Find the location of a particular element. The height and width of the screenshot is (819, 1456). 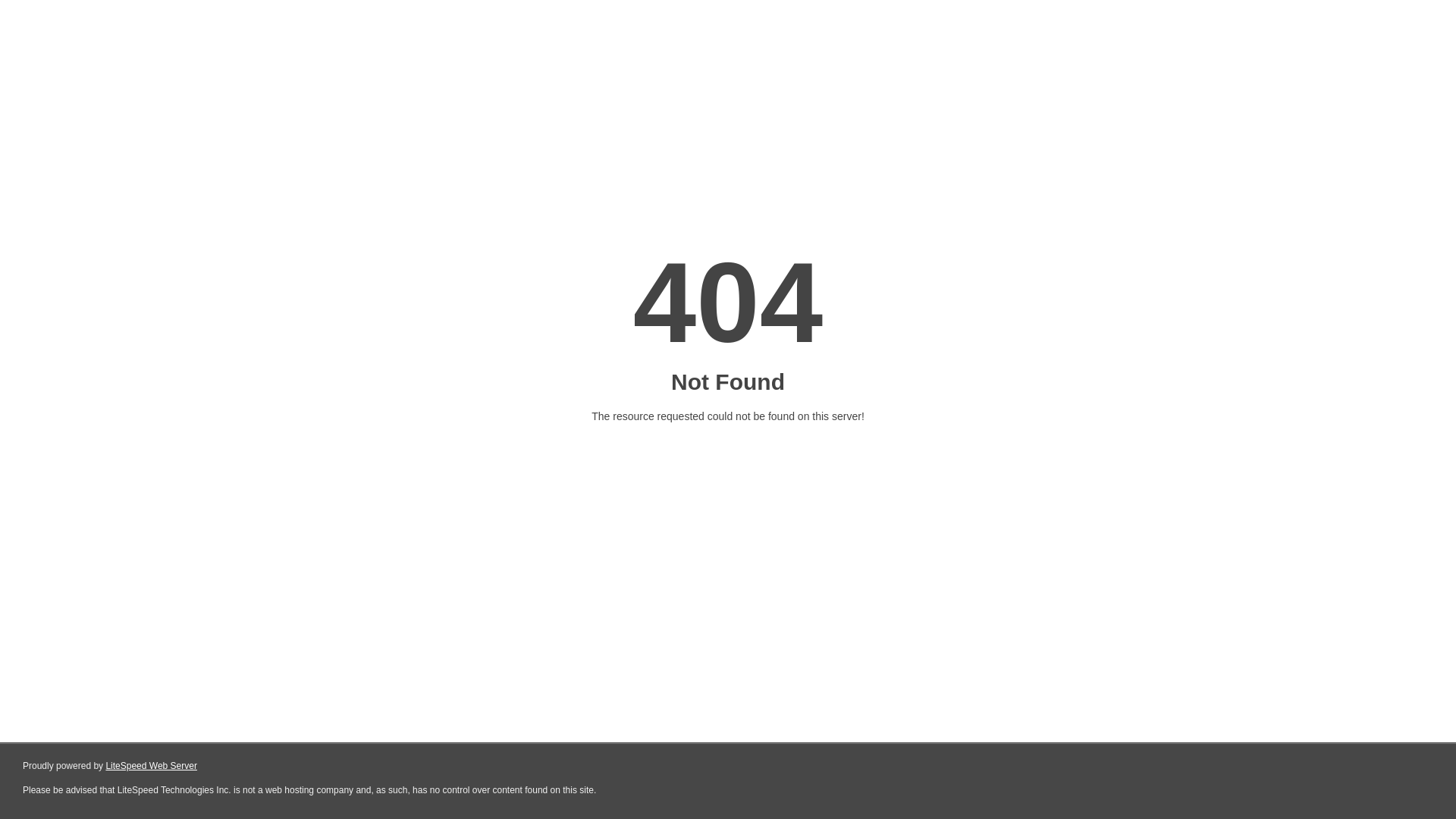

'LiteSpeed Web Server' is located at coordinates (105, 766).